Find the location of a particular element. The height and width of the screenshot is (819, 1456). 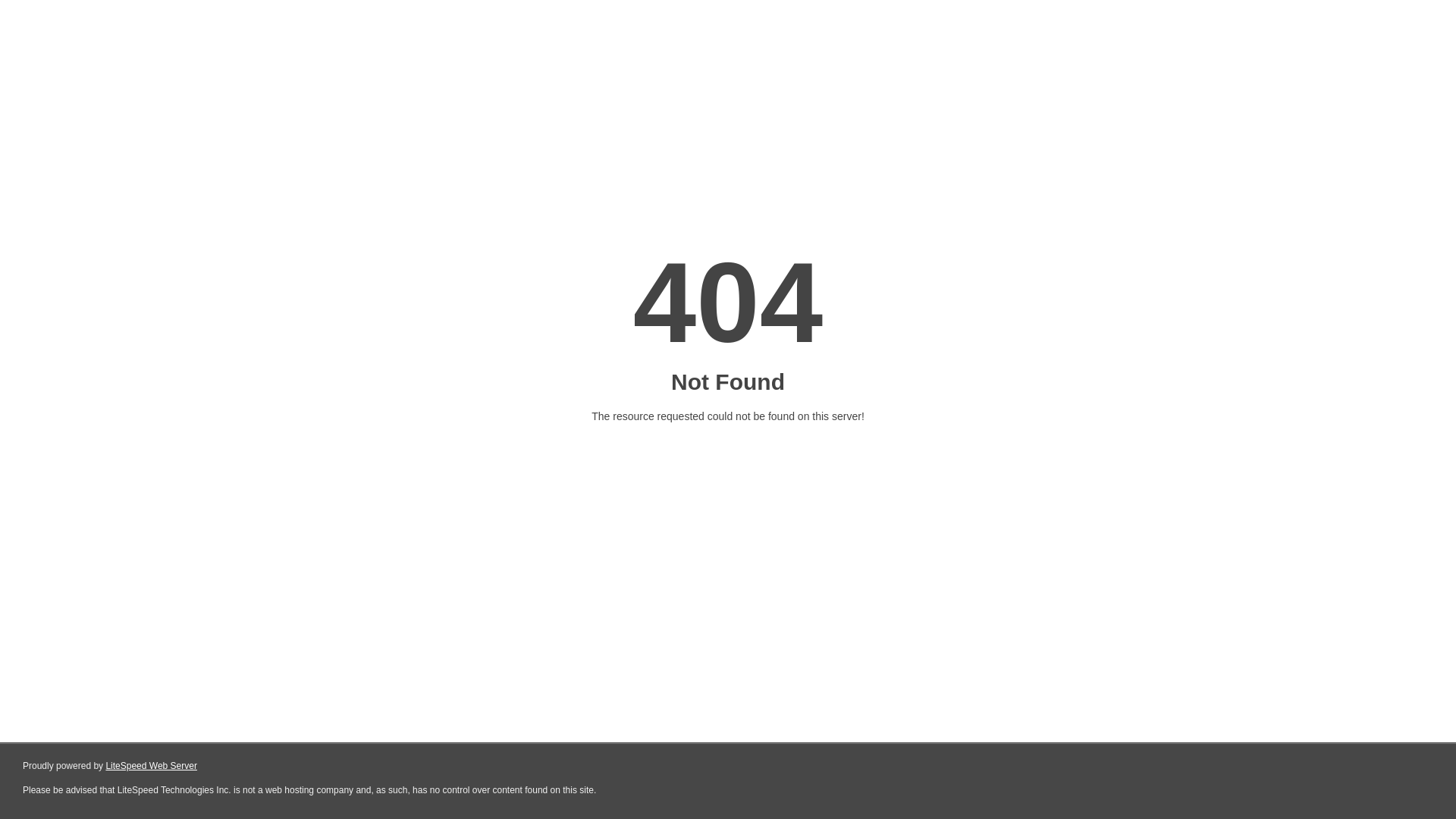

'LiteSpeed Web Server' is located at coordinates (105, 766).